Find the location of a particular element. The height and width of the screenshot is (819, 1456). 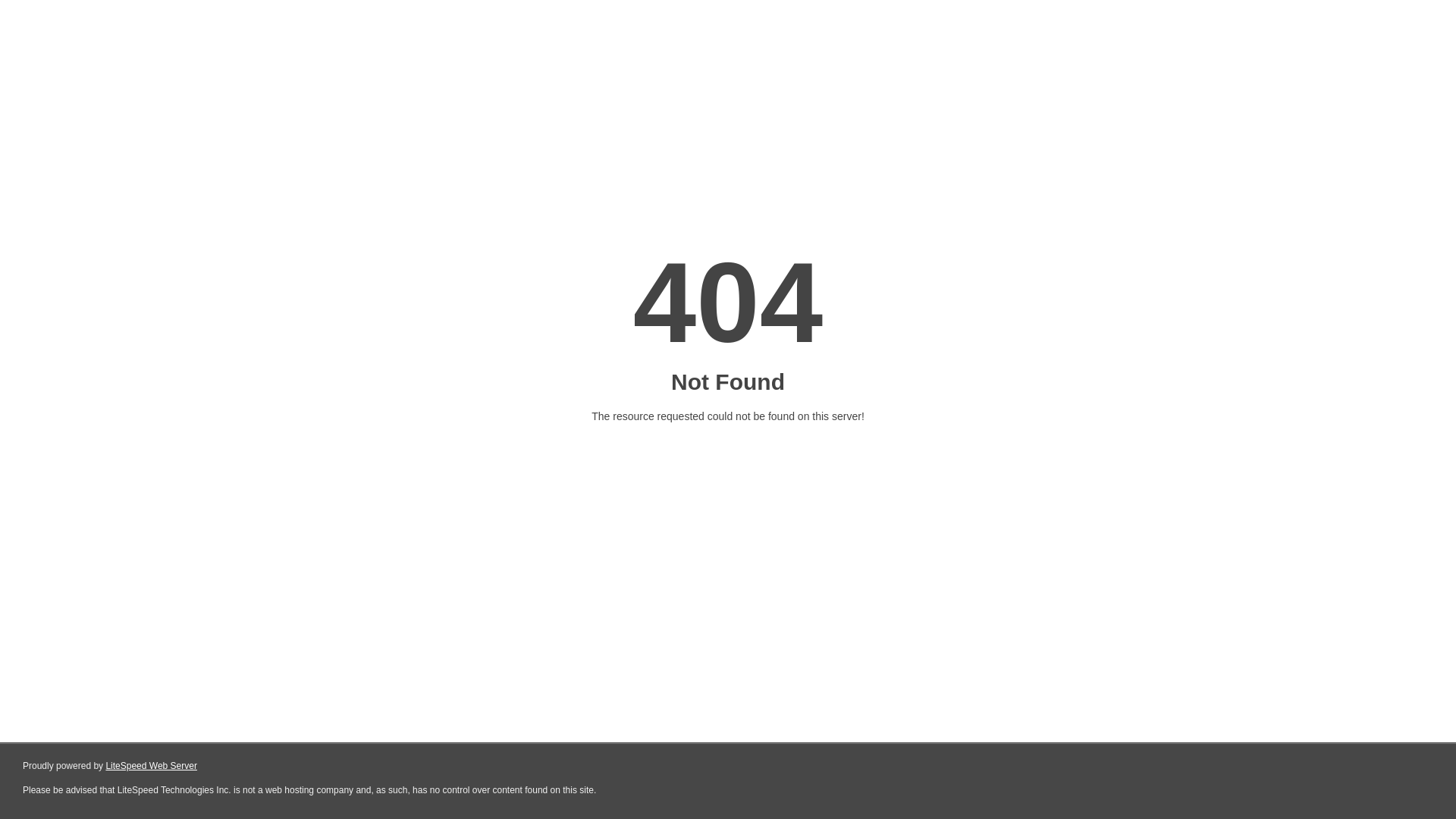

'LiteSpeed Web Server' is located at coordinates (105, 766).